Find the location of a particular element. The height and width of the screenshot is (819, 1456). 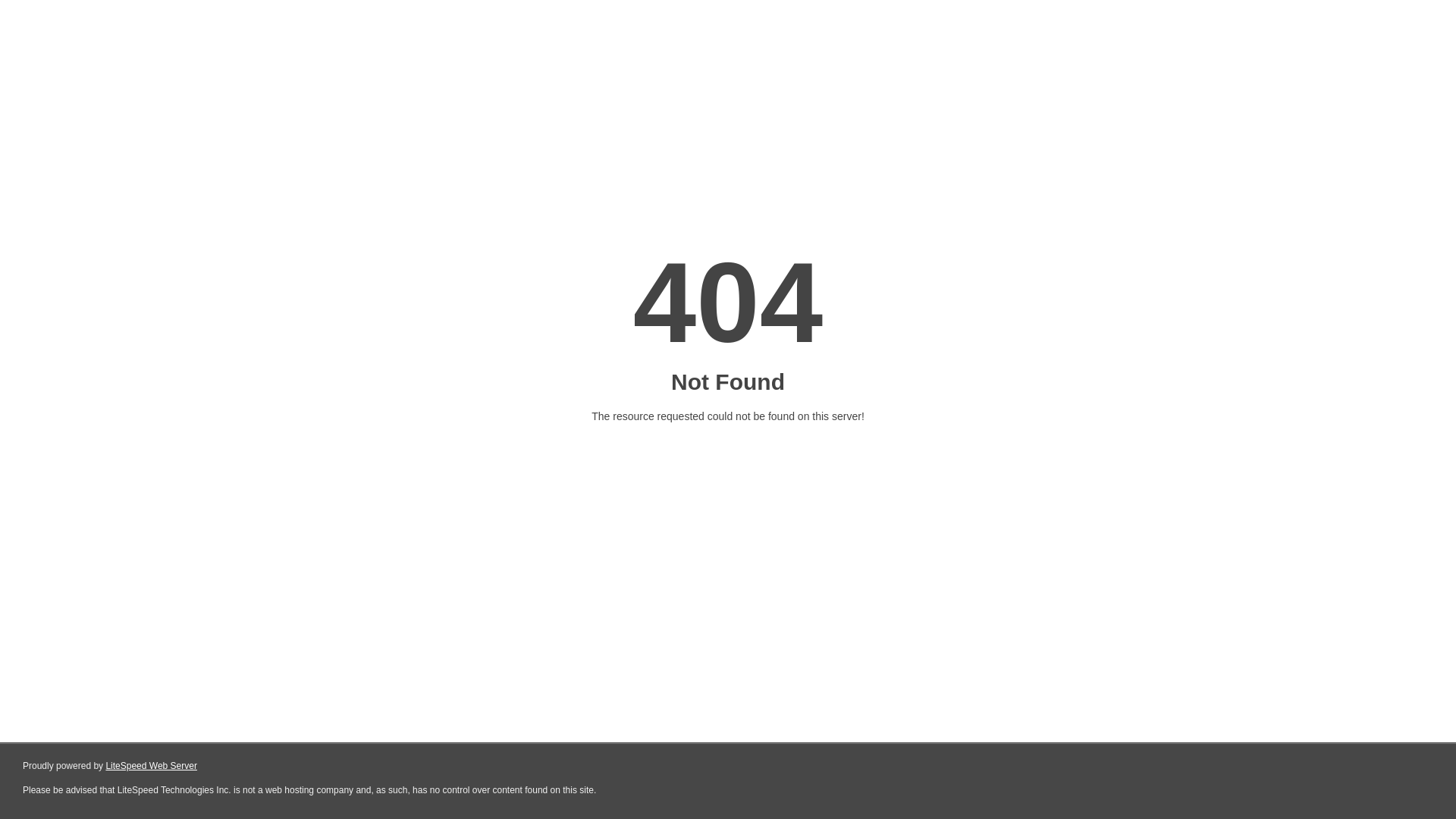

'LiteSpeed Web Server' is located at coordinates (105, 766).